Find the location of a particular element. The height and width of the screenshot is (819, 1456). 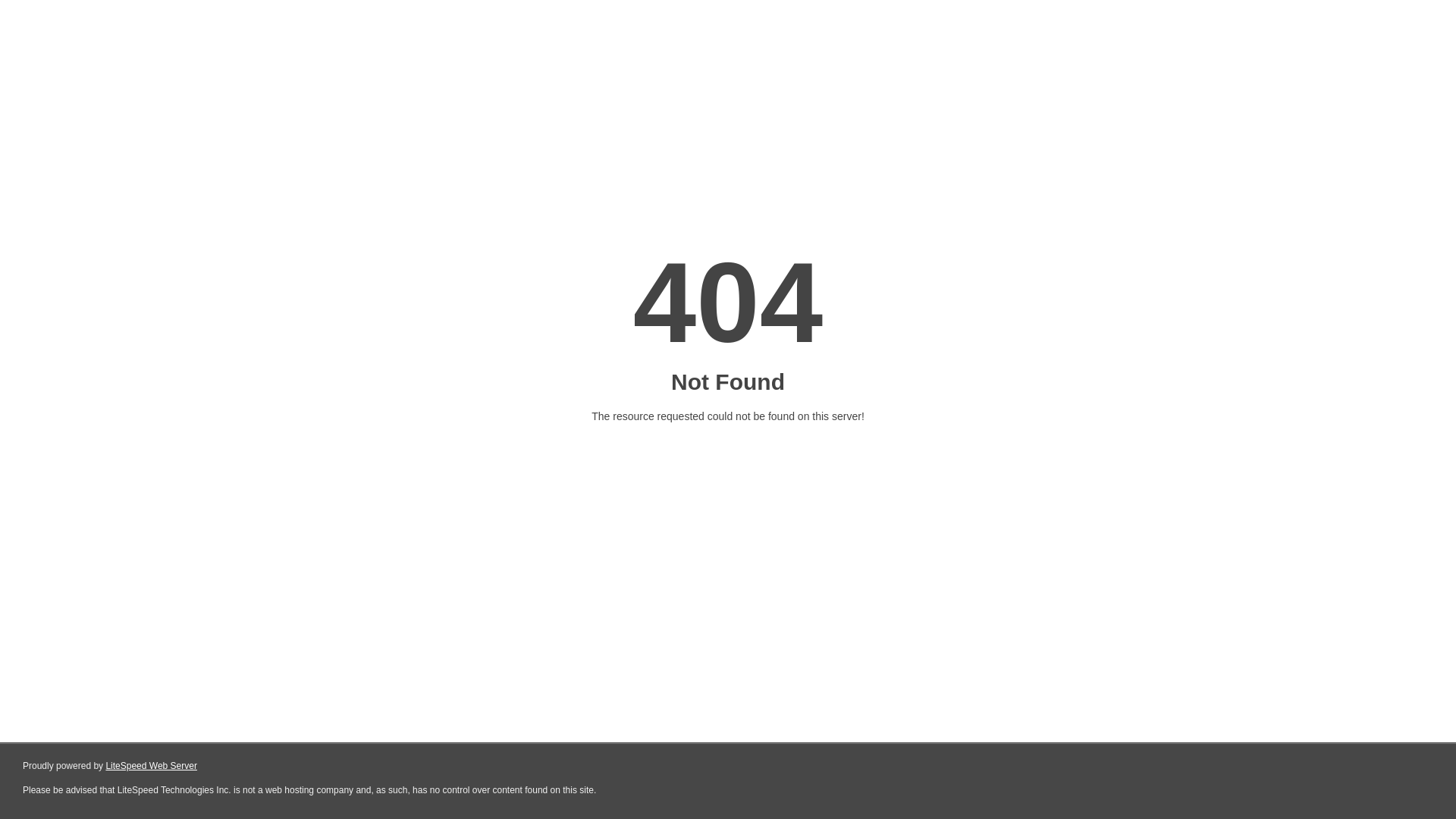

'LiteSpeed Web Server' is located at coordinates (105, 766).